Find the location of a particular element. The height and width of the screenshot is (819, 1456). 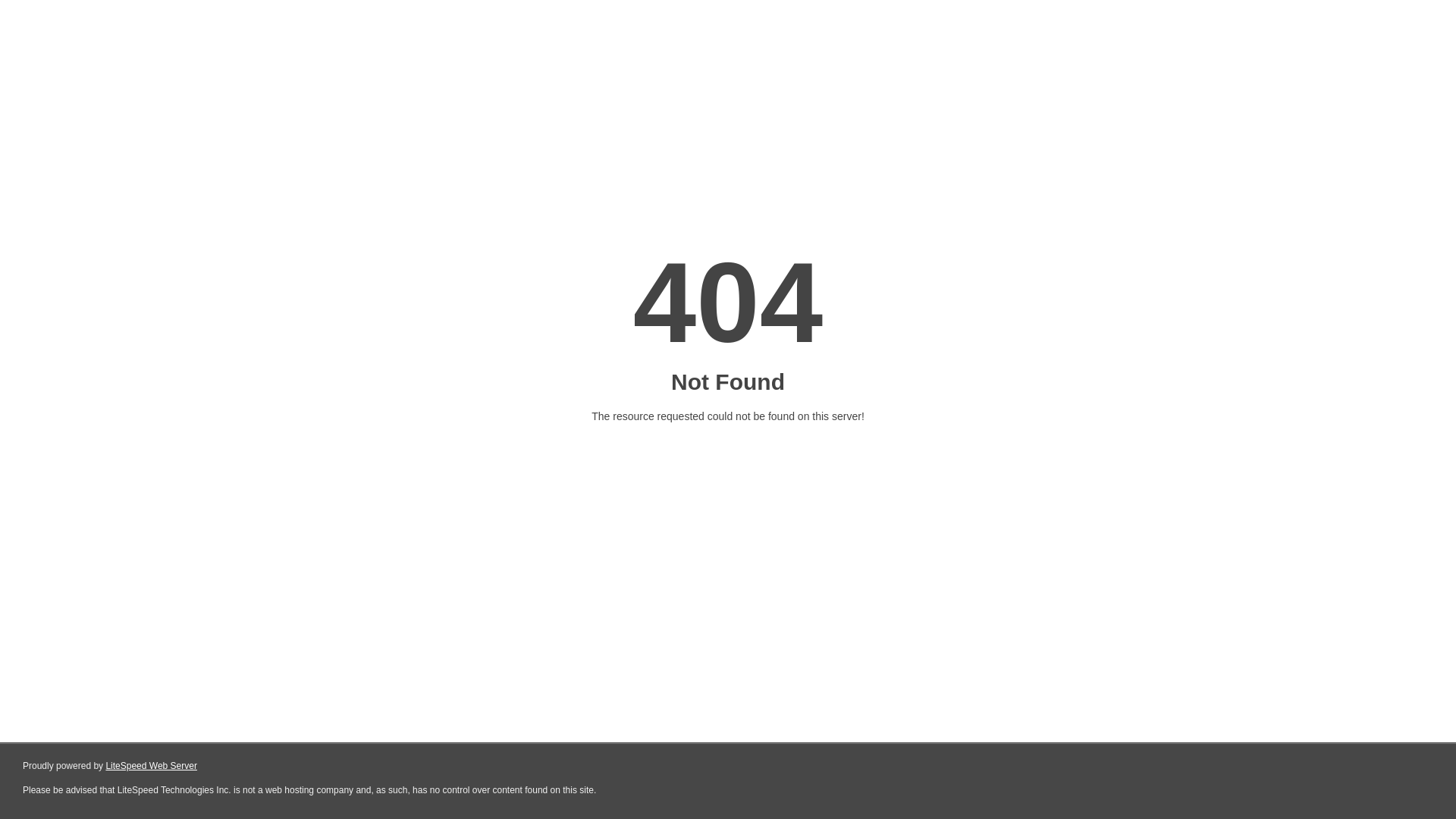

'LiteSpeed Web Server' is located at coordinates (105, 766).